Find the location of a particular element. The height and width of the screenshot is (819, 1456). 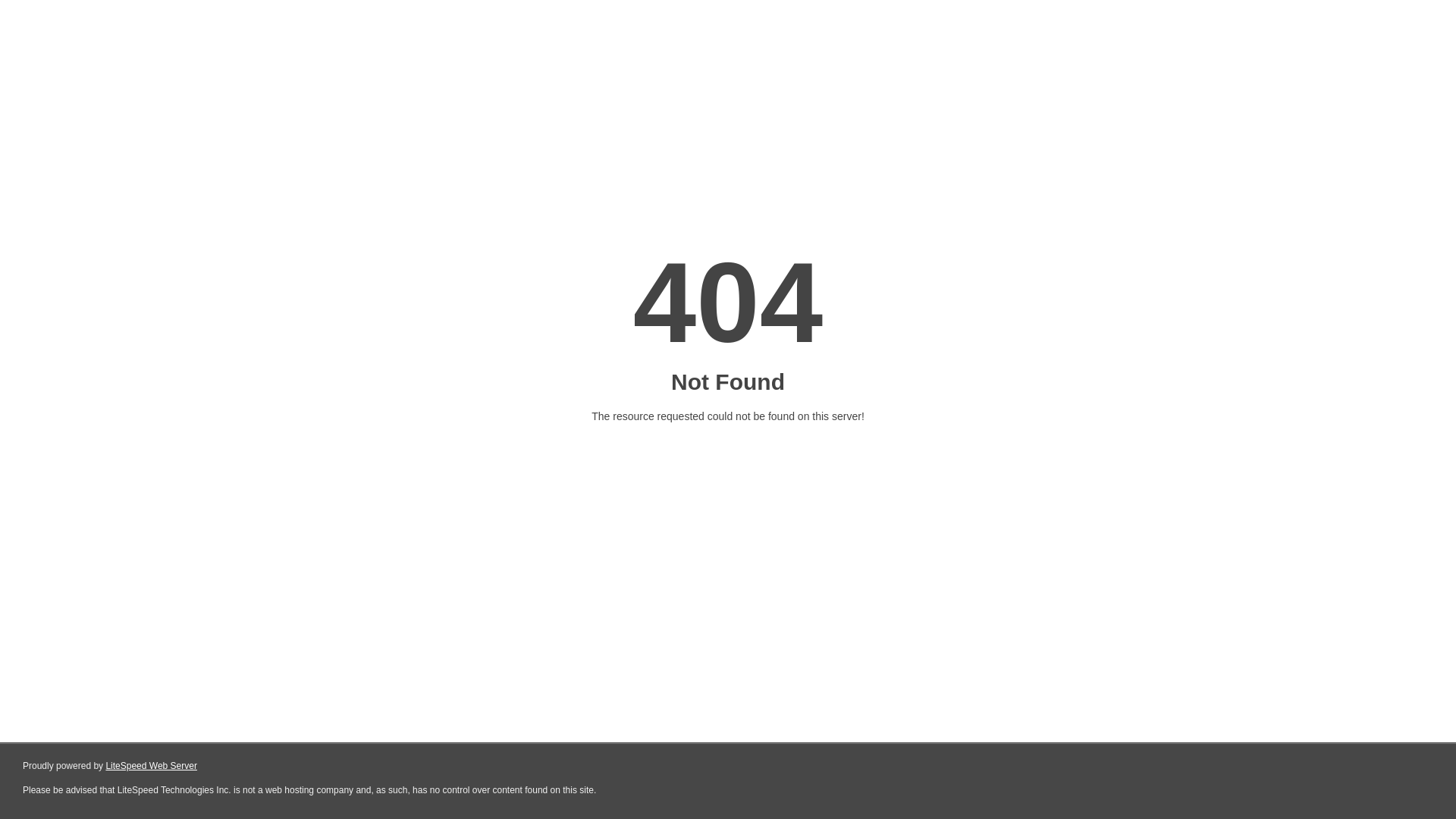

'LiteSpeed Web Server' is located at coordinates (105, 766).